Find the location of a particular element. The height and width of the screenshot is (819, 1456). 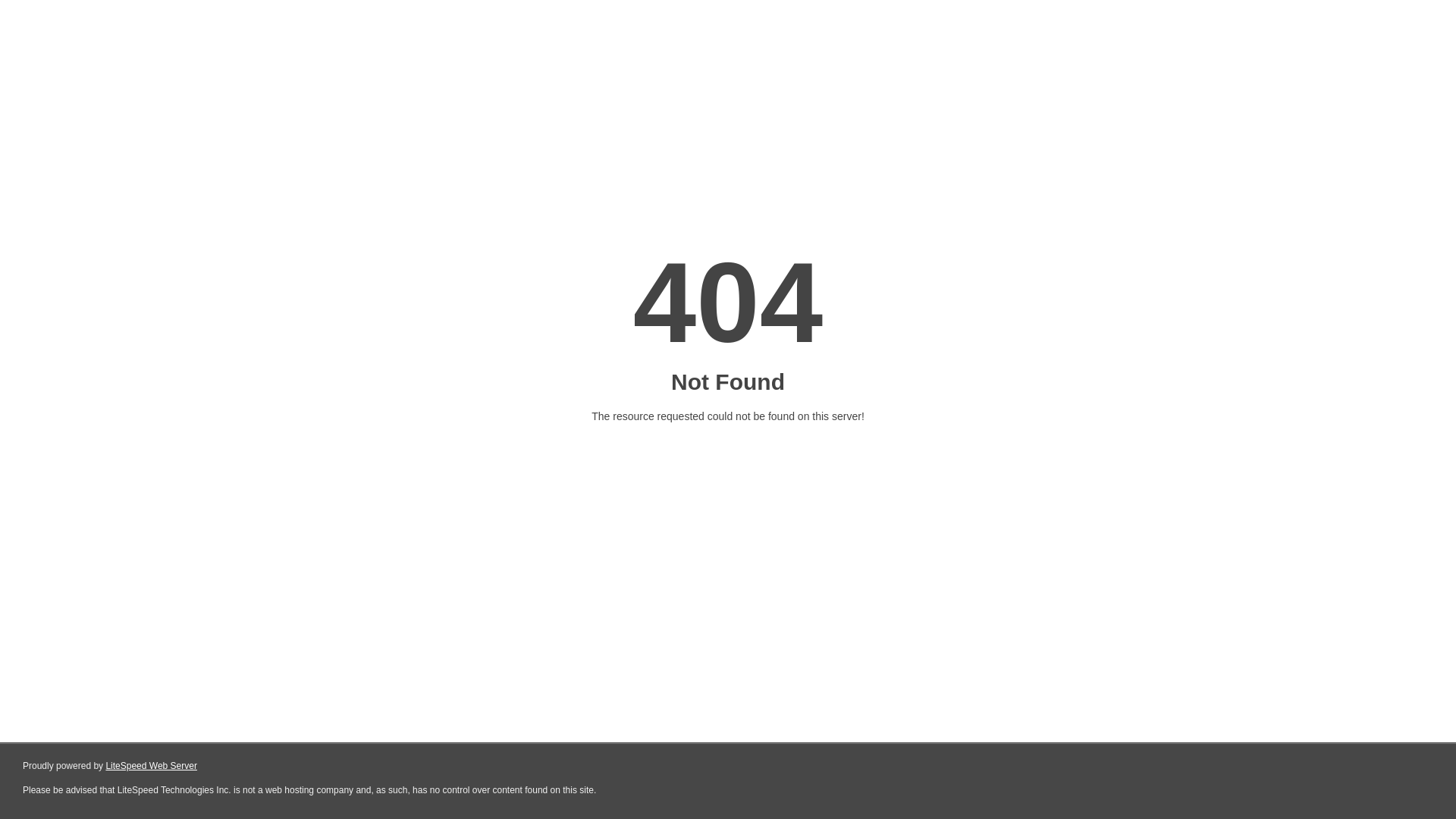

'LiteSpeed Web Server' is located at coordinates (105, 766).